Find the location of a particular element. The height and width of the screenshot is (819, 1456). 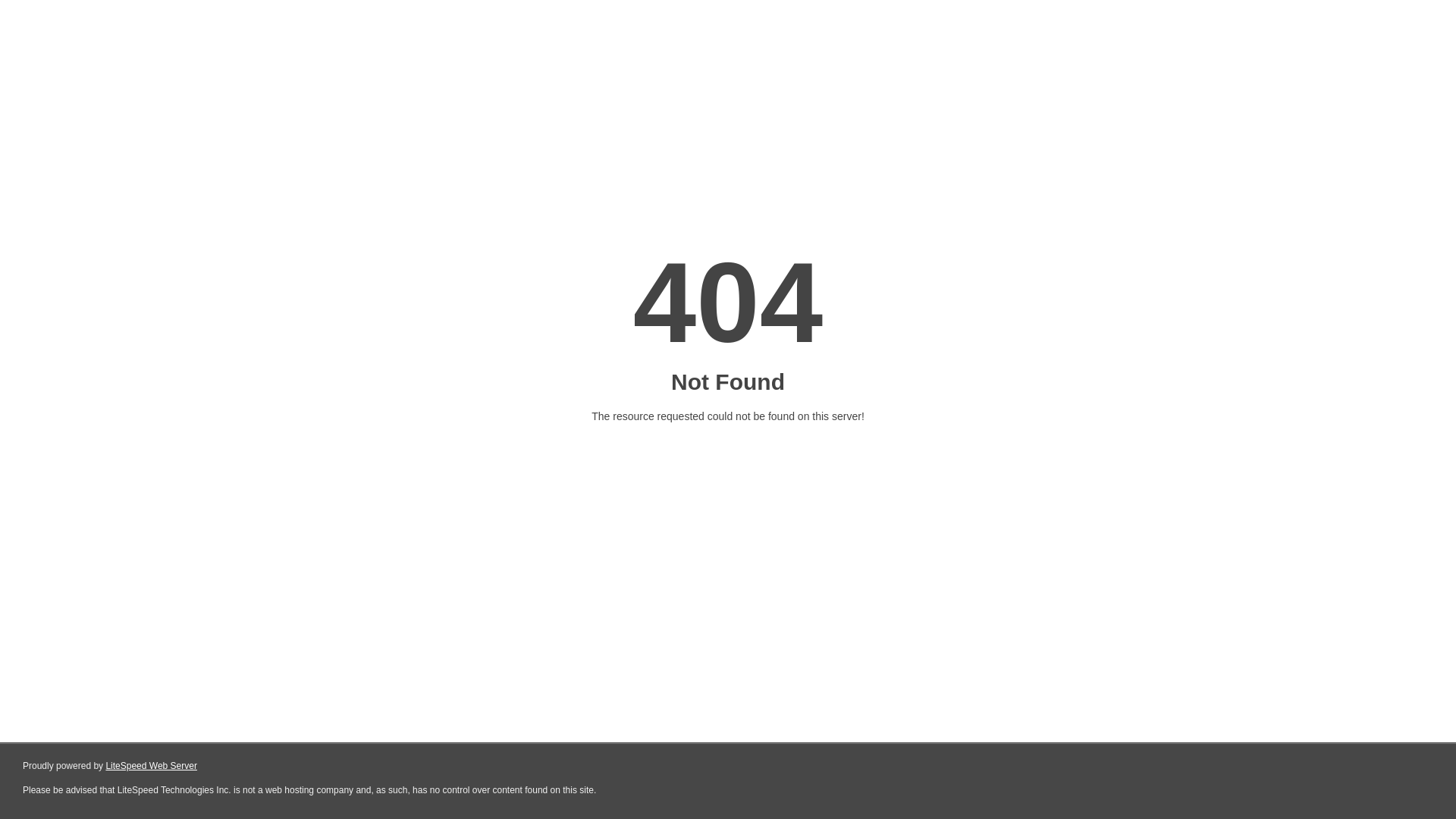

'LiteSpeed Web Server' is located at coordinates (105, 766).